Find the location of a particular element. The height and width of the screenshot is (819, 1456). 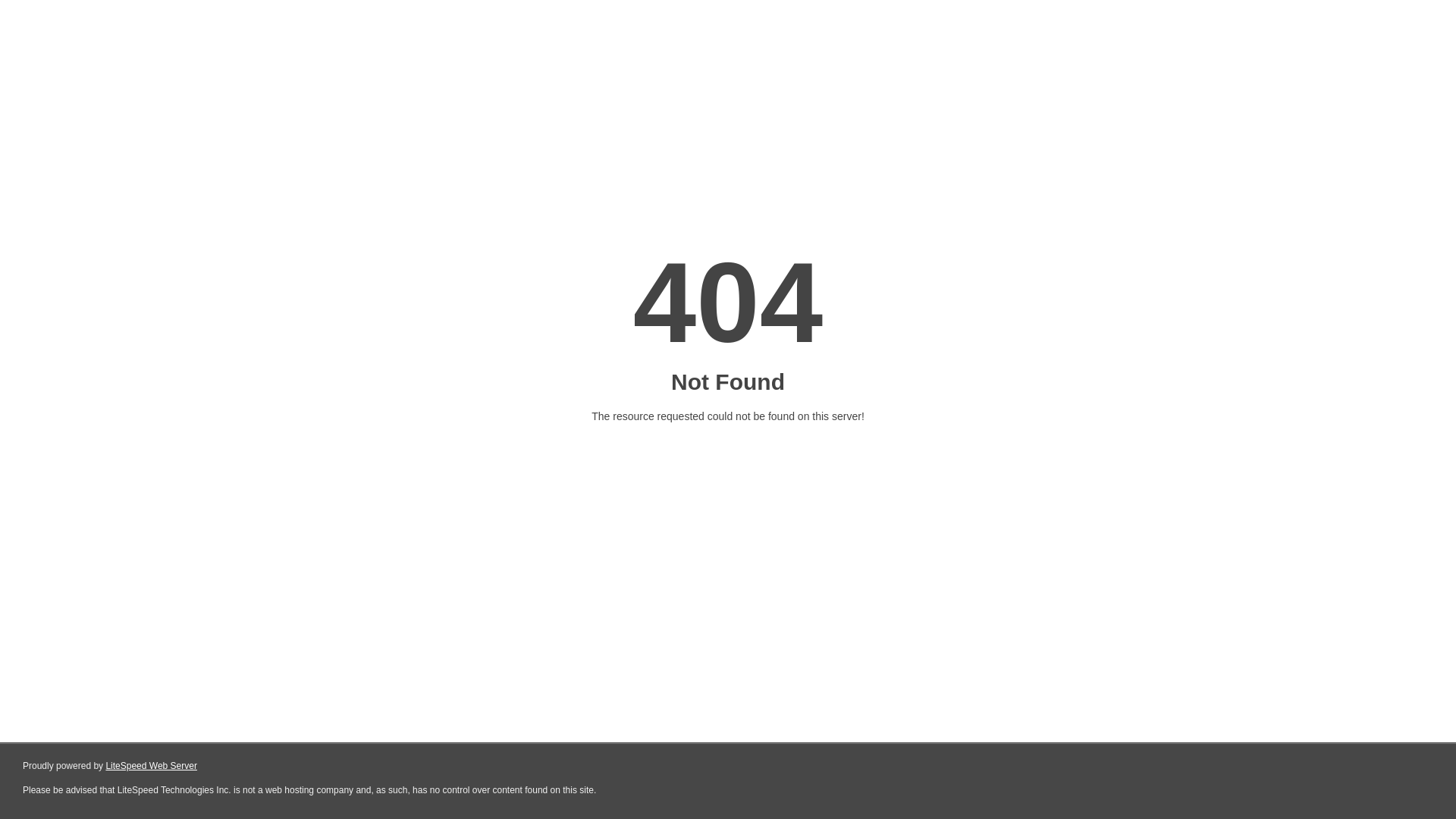

'LiteSpeed Web Server' is located at coordinates (105, 766).